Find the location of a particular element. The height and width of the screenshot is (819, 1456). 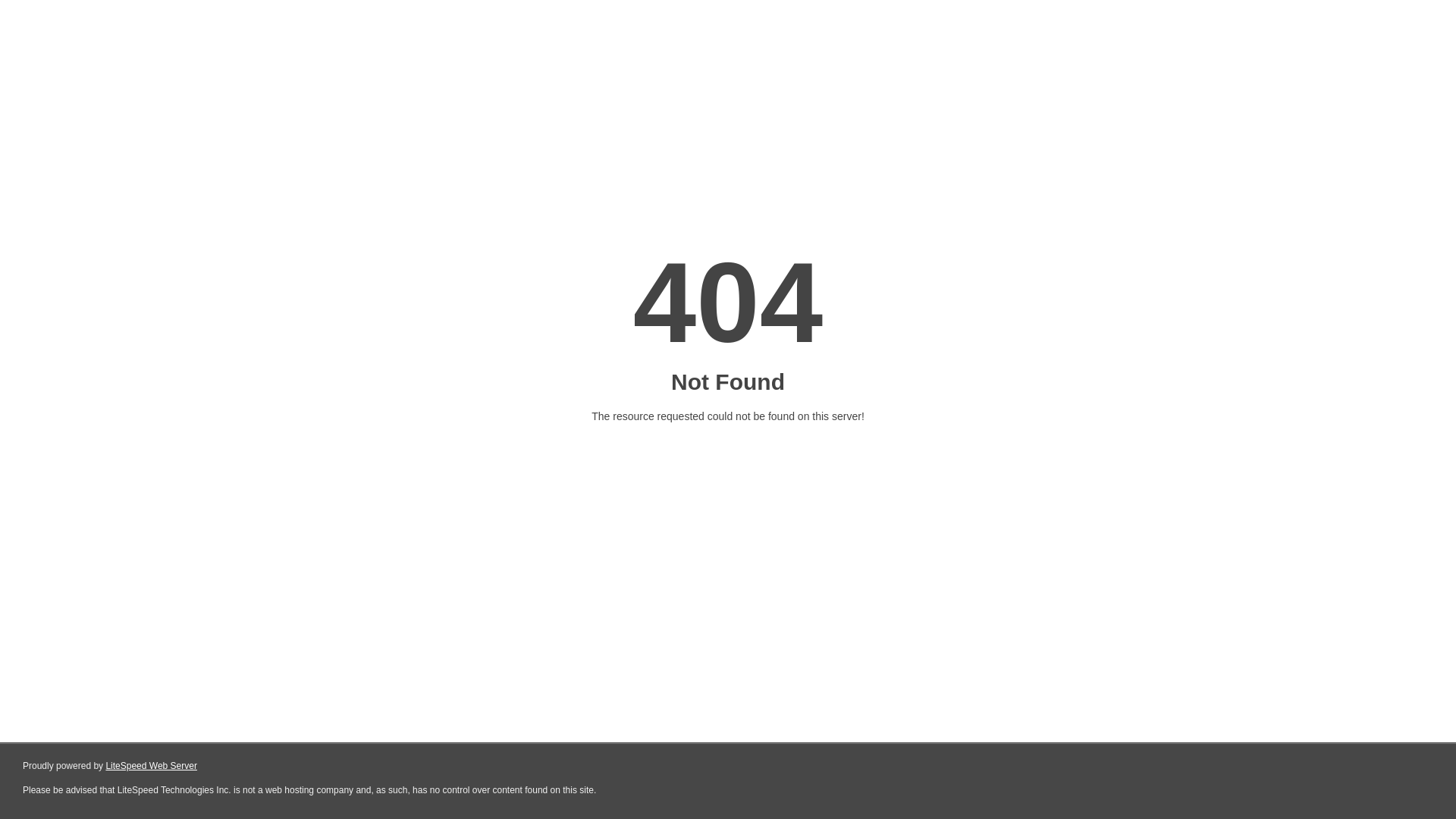

'LiteSpeed Web Server' is located at coordinates (105, 766).